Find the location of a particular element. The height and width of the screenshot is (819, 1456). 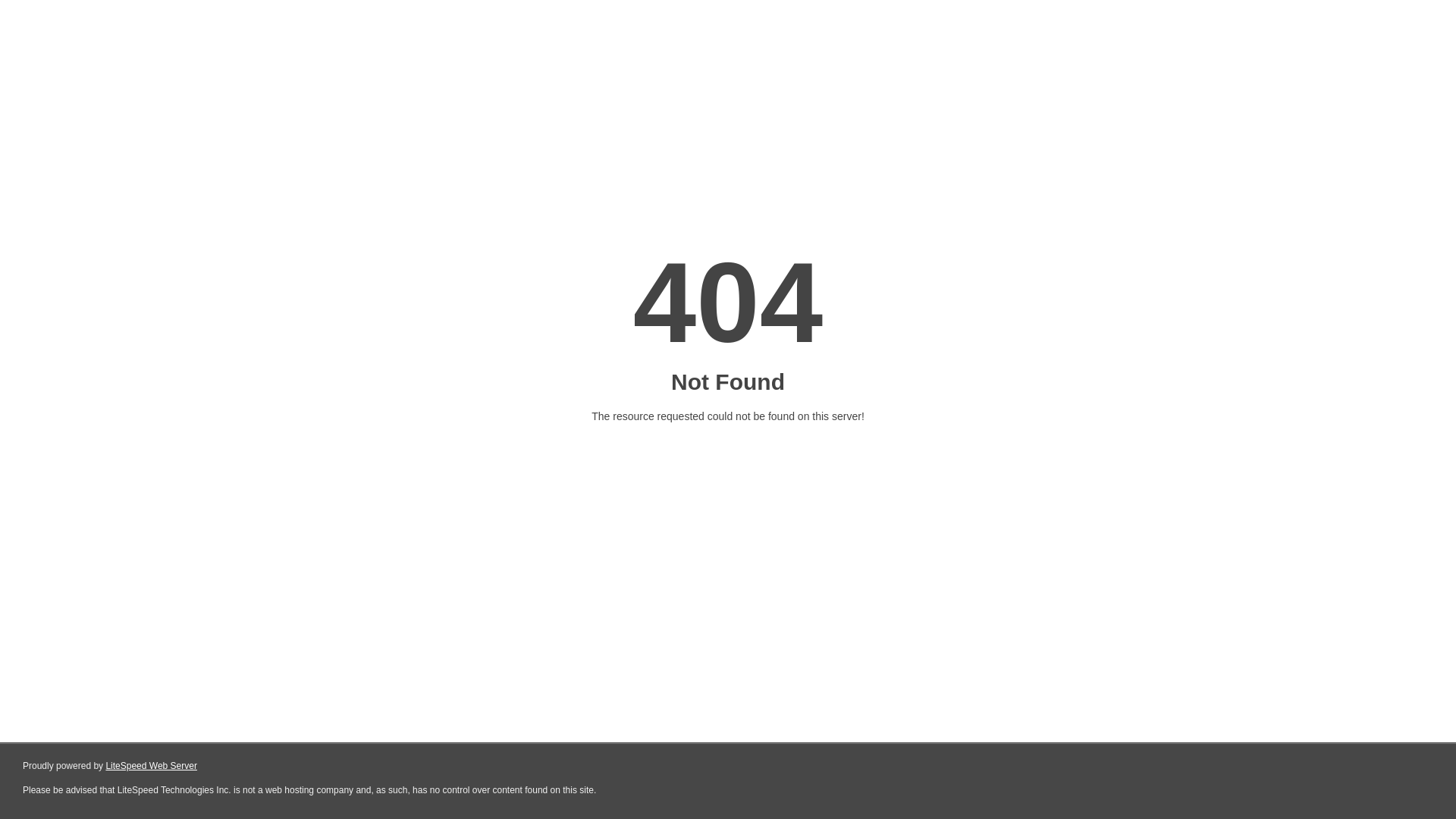

'LiteSpeed Web Server' is located at coordinates (105, 766).